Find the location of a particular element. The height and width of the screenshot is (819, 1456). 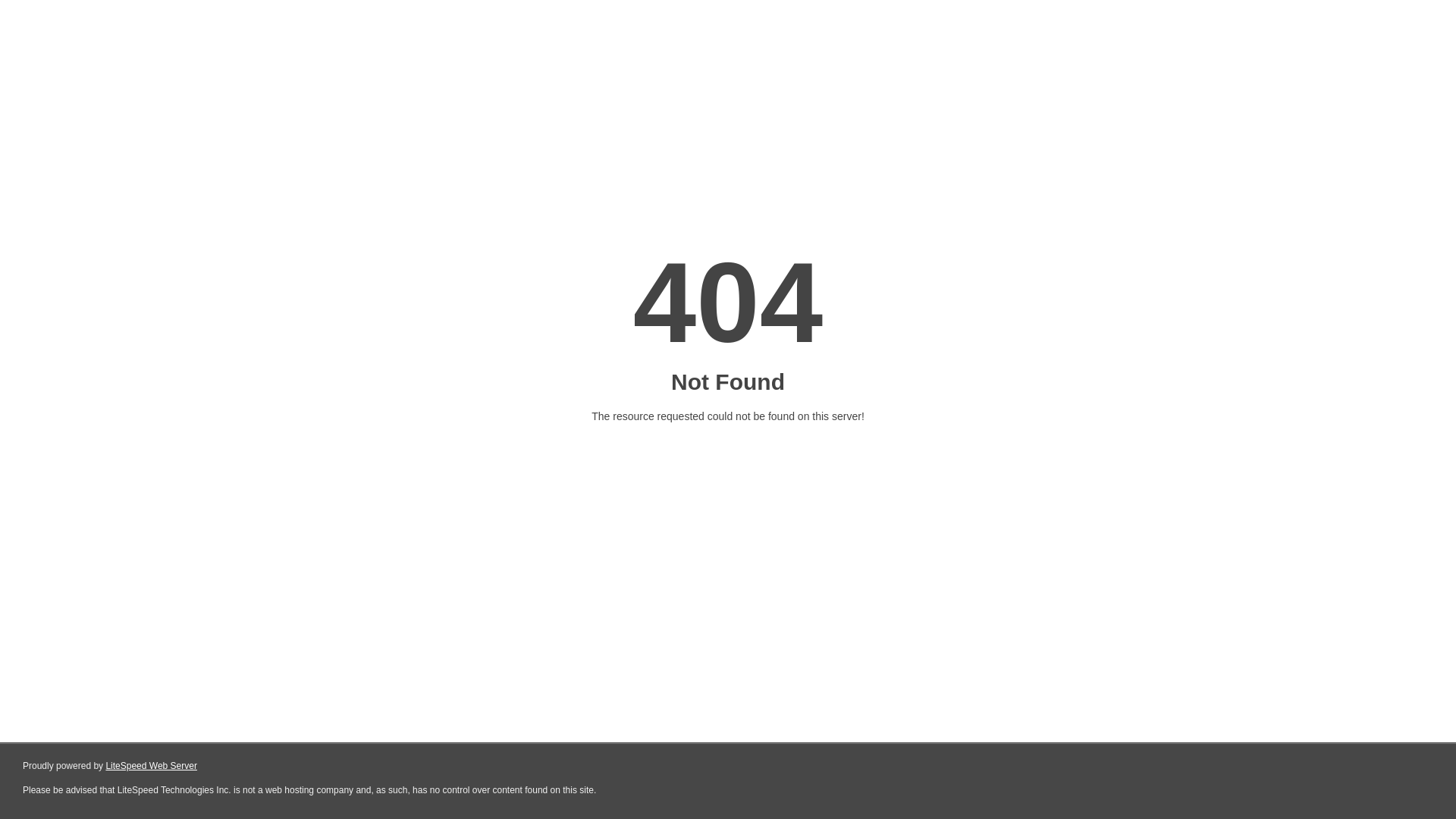

'LiteSpeed Web Server' is located at coordinates (105, 766).